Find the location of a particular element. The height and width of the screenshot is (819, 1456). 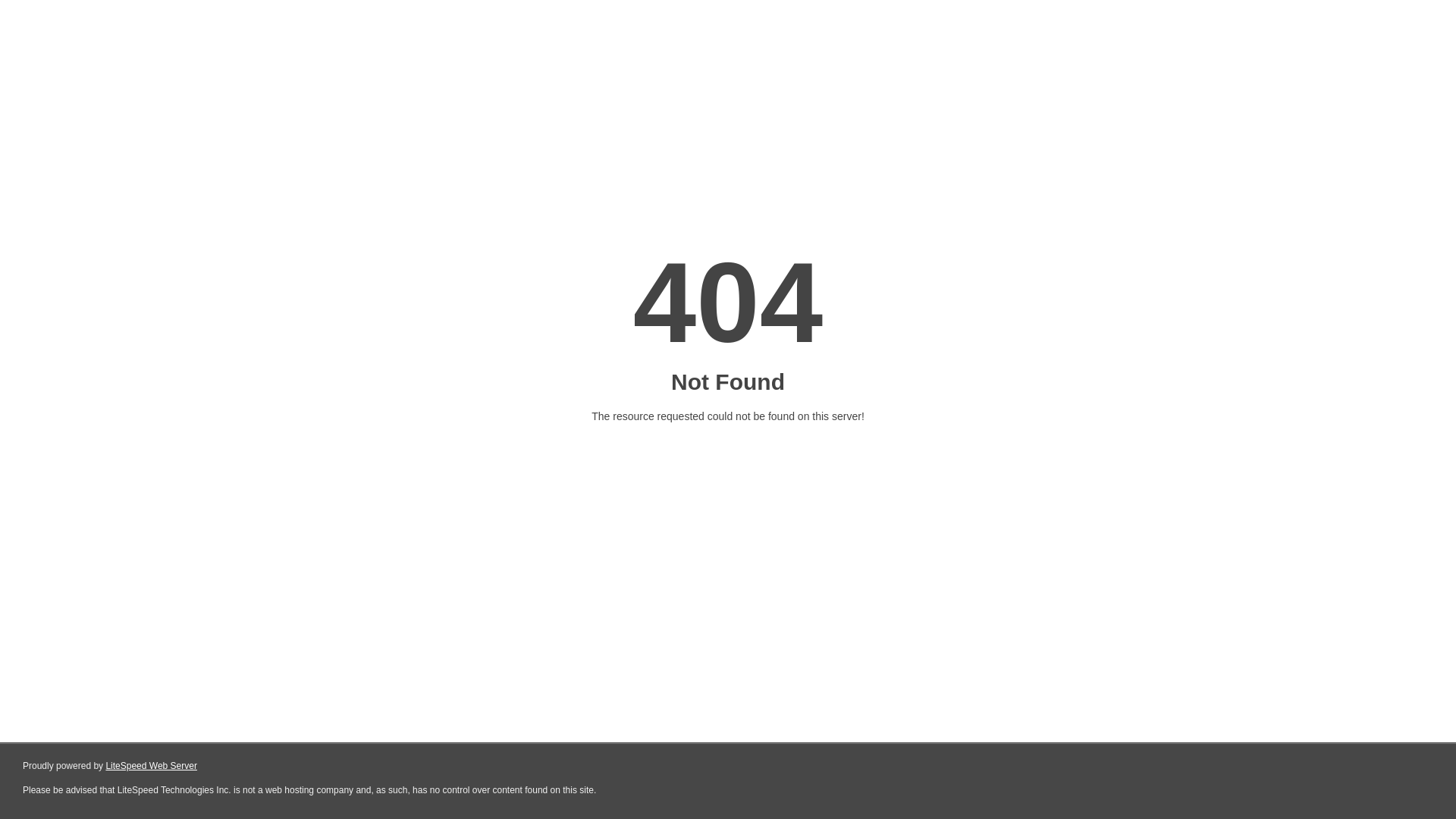

'LiteSpeed Web Server' is located at coordinates (105, 766).